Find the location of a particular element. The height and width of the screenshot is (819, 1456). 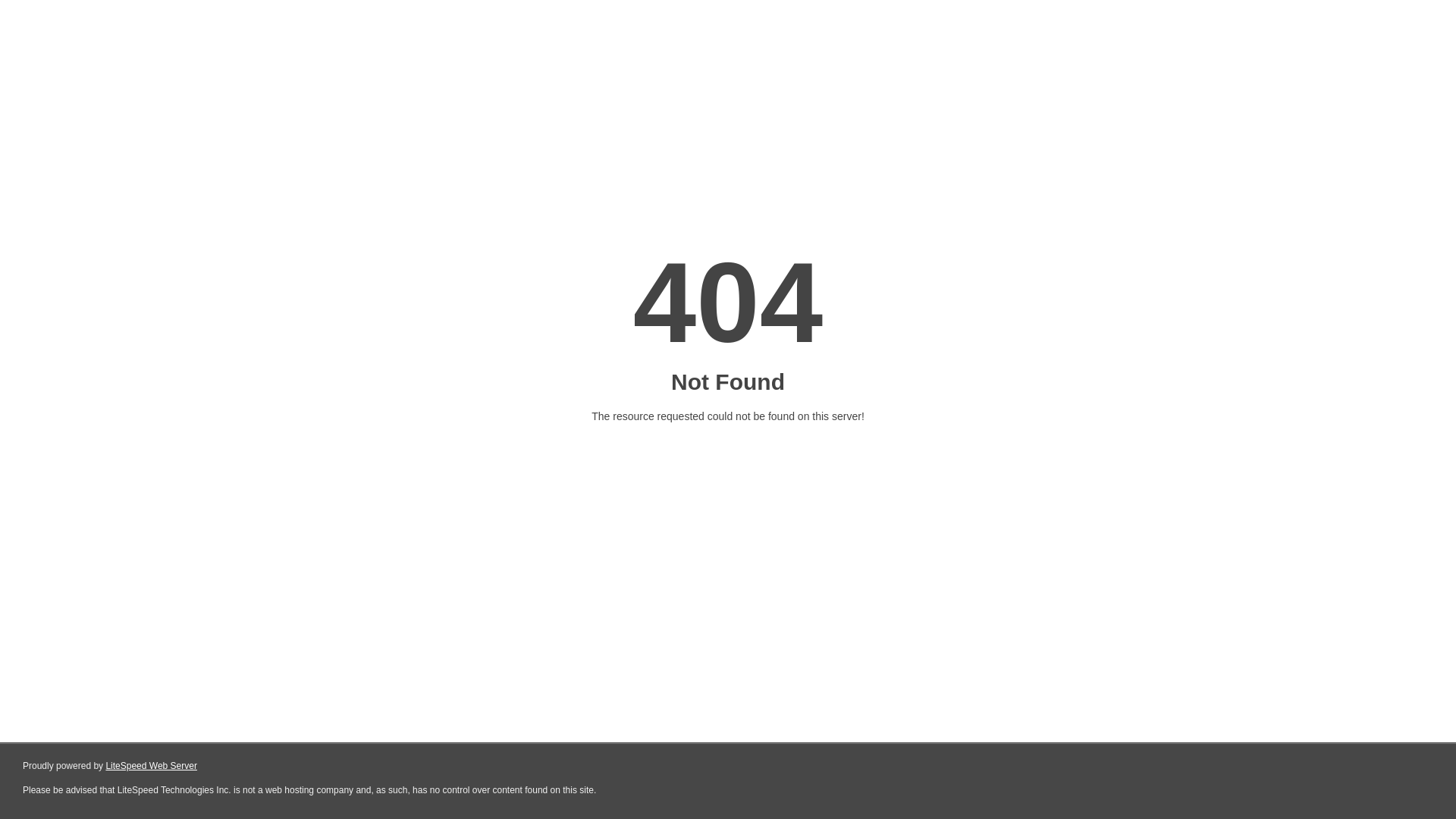

'LiteSpeed Web Server' is located at coordinates (105, 766).